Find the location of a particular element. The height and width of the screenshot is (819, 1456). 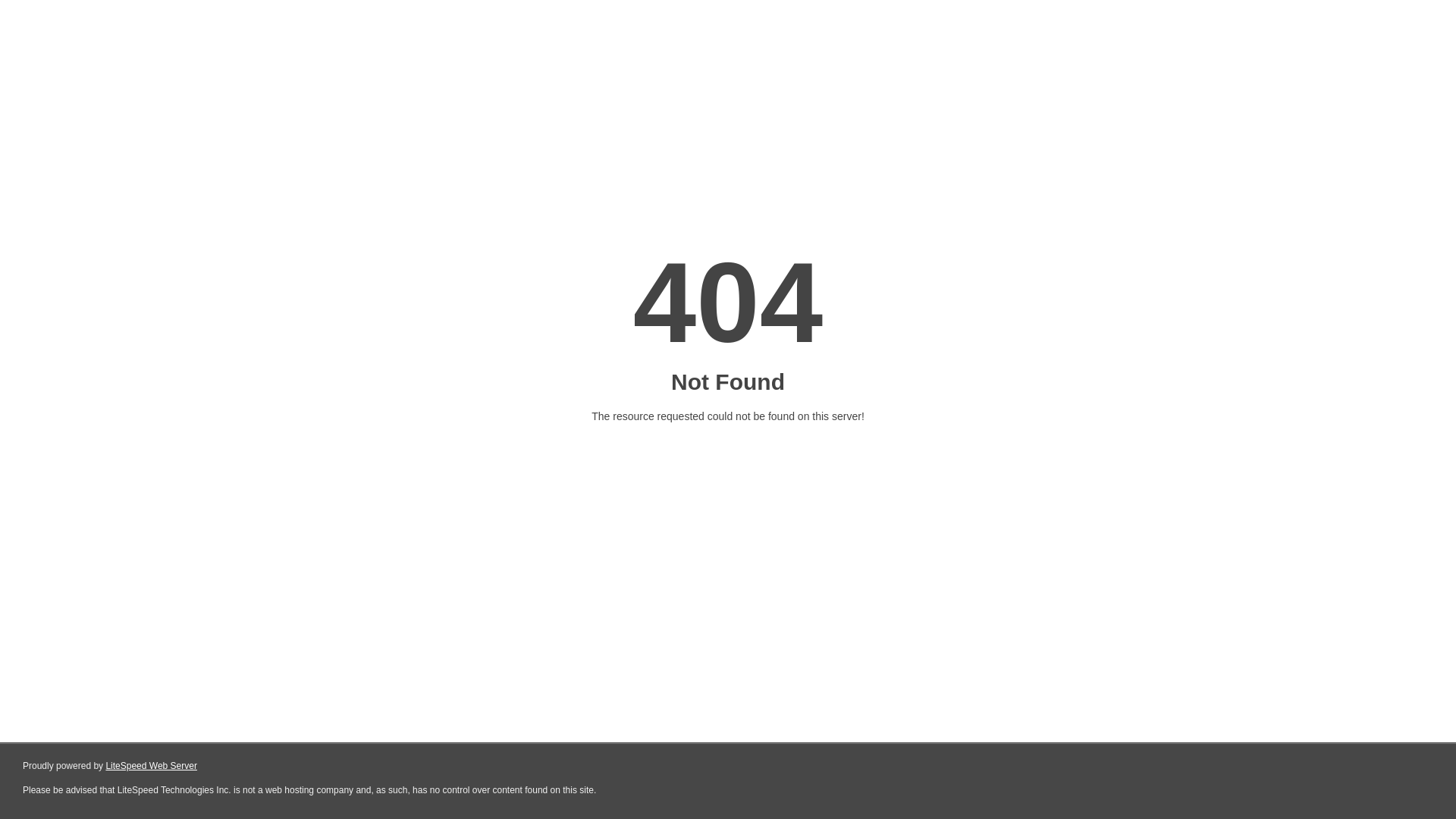

'LiteSpeed Web Server' is located at coordinates (105, 766).